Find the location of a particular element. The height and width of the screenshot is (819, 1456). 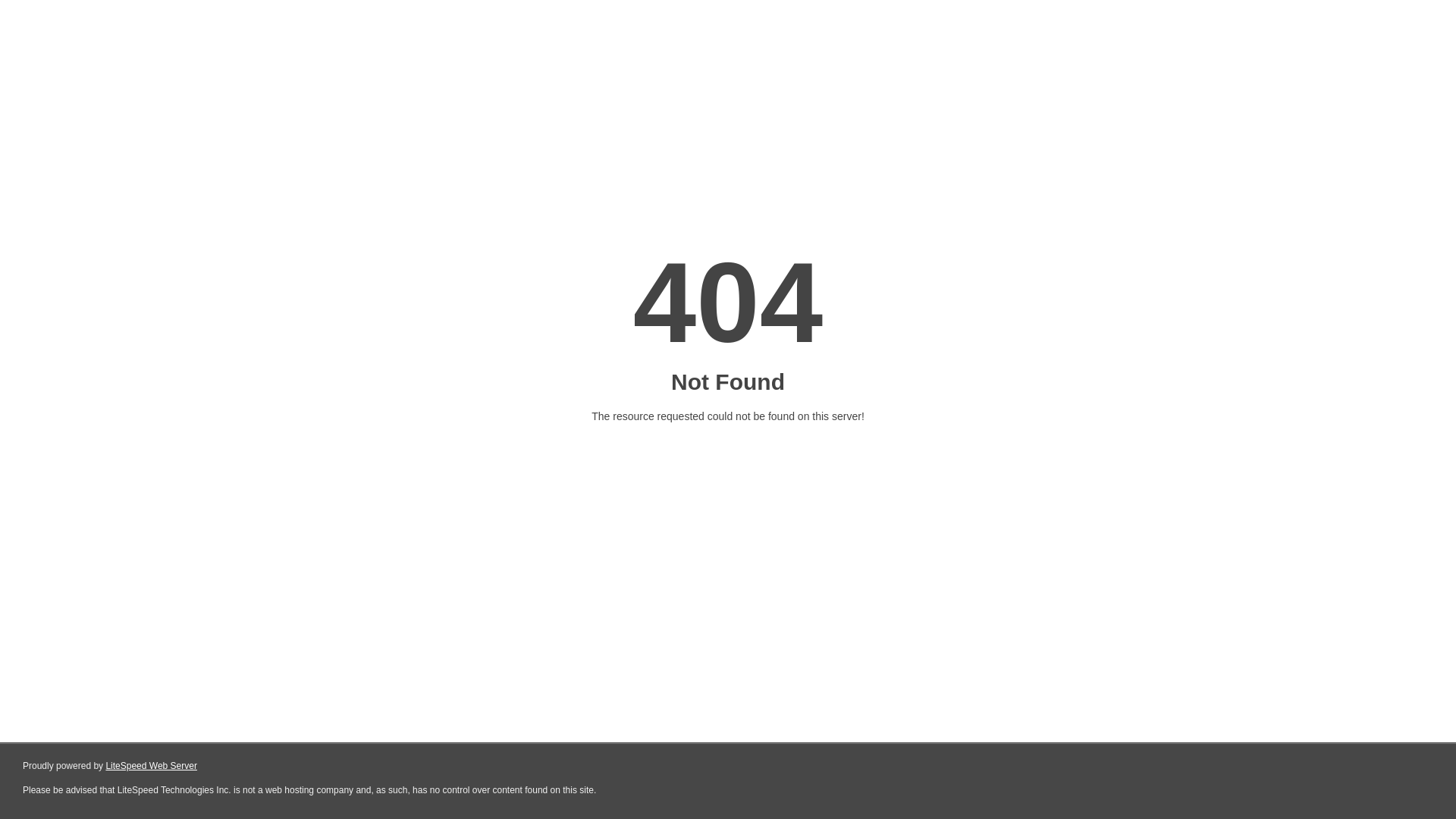

'LiteSpeed Web Server' is located at coordinates (105, 766).